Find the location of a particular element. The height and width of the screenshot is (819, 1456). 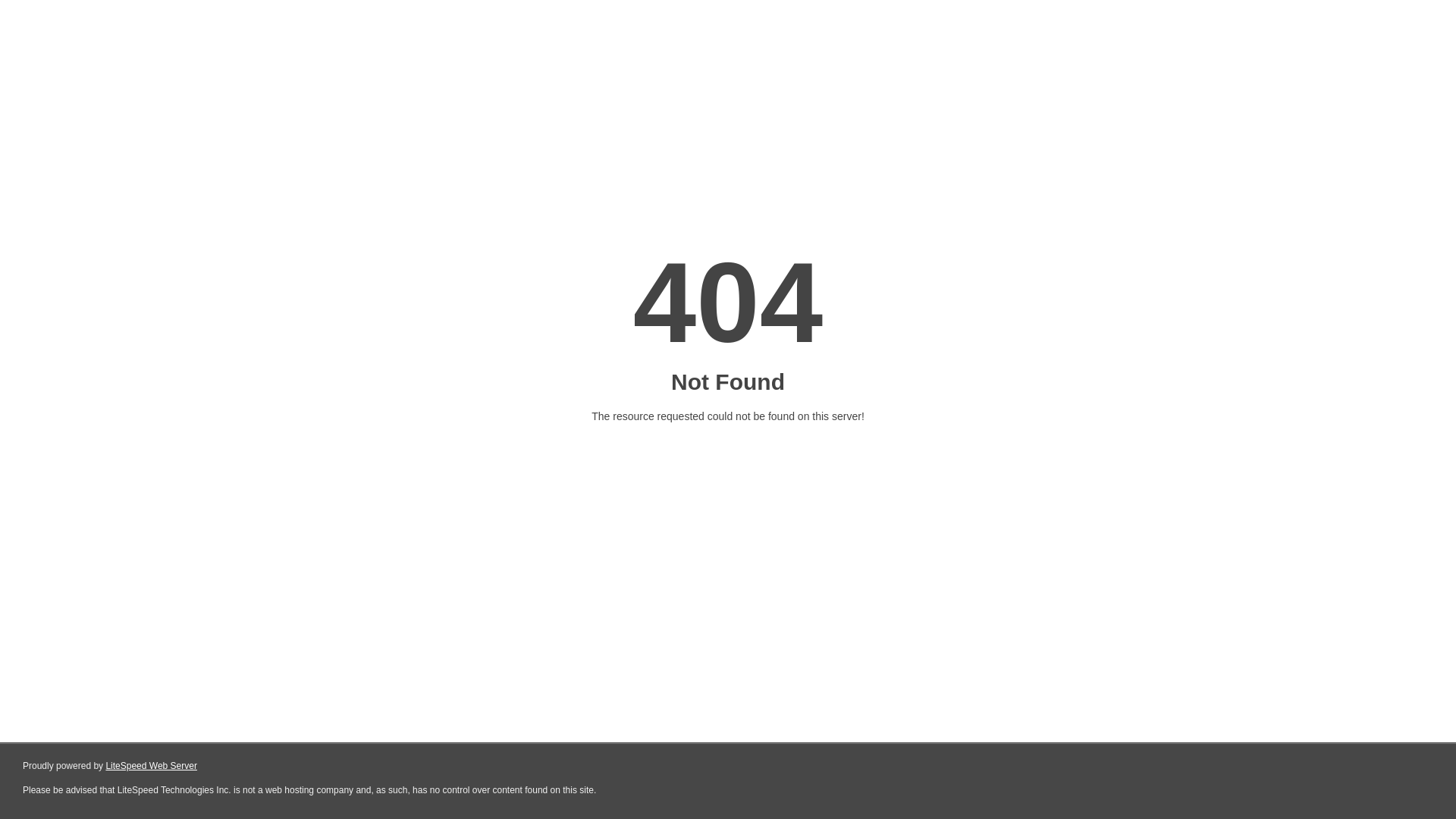

'LiteSpeed Web Server' is located at coordinates (105, 766).